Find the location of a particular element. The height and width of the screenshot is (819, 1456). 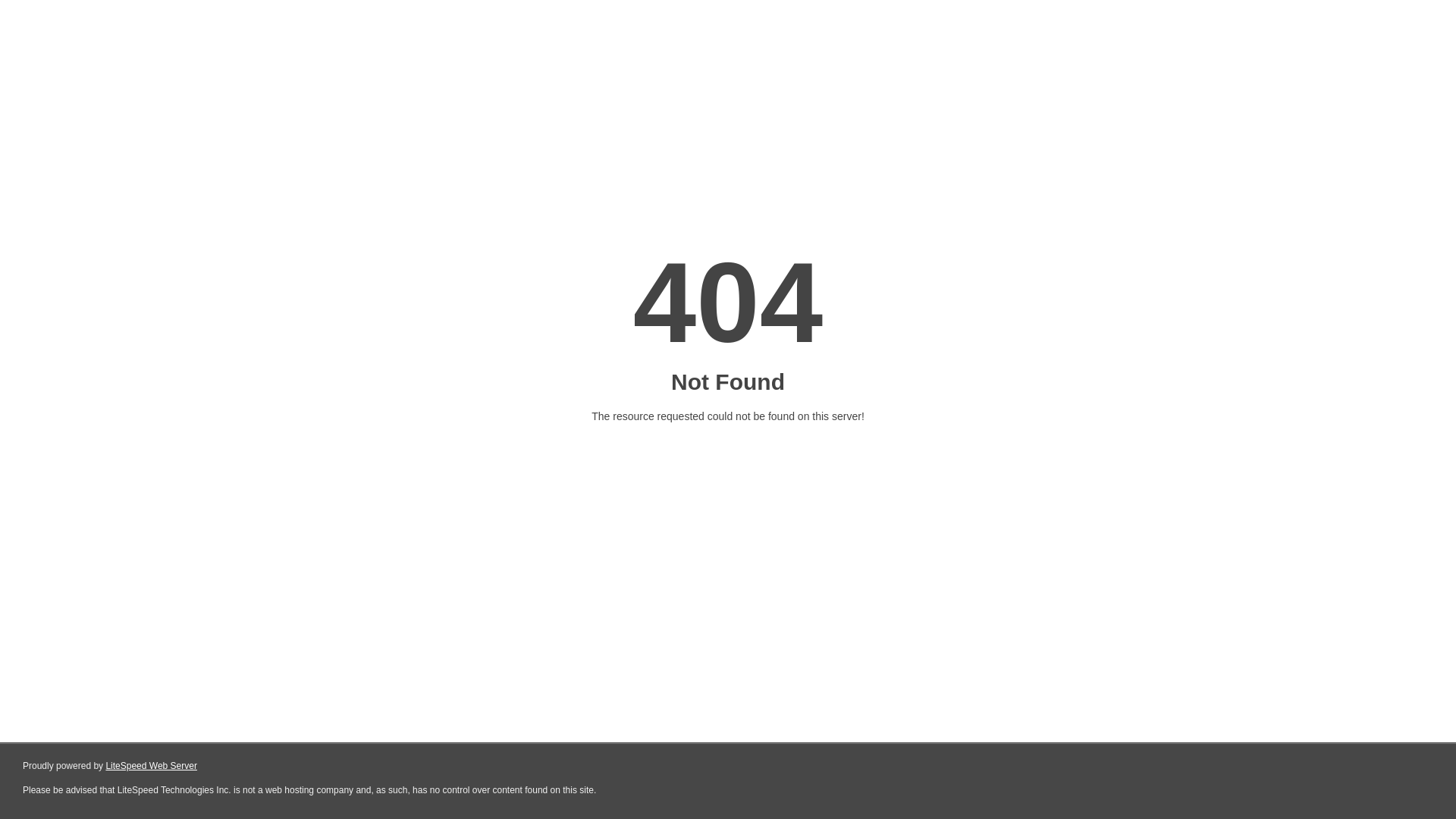

'LiteSpeed Web Server' is located at coordinates (105, 766).